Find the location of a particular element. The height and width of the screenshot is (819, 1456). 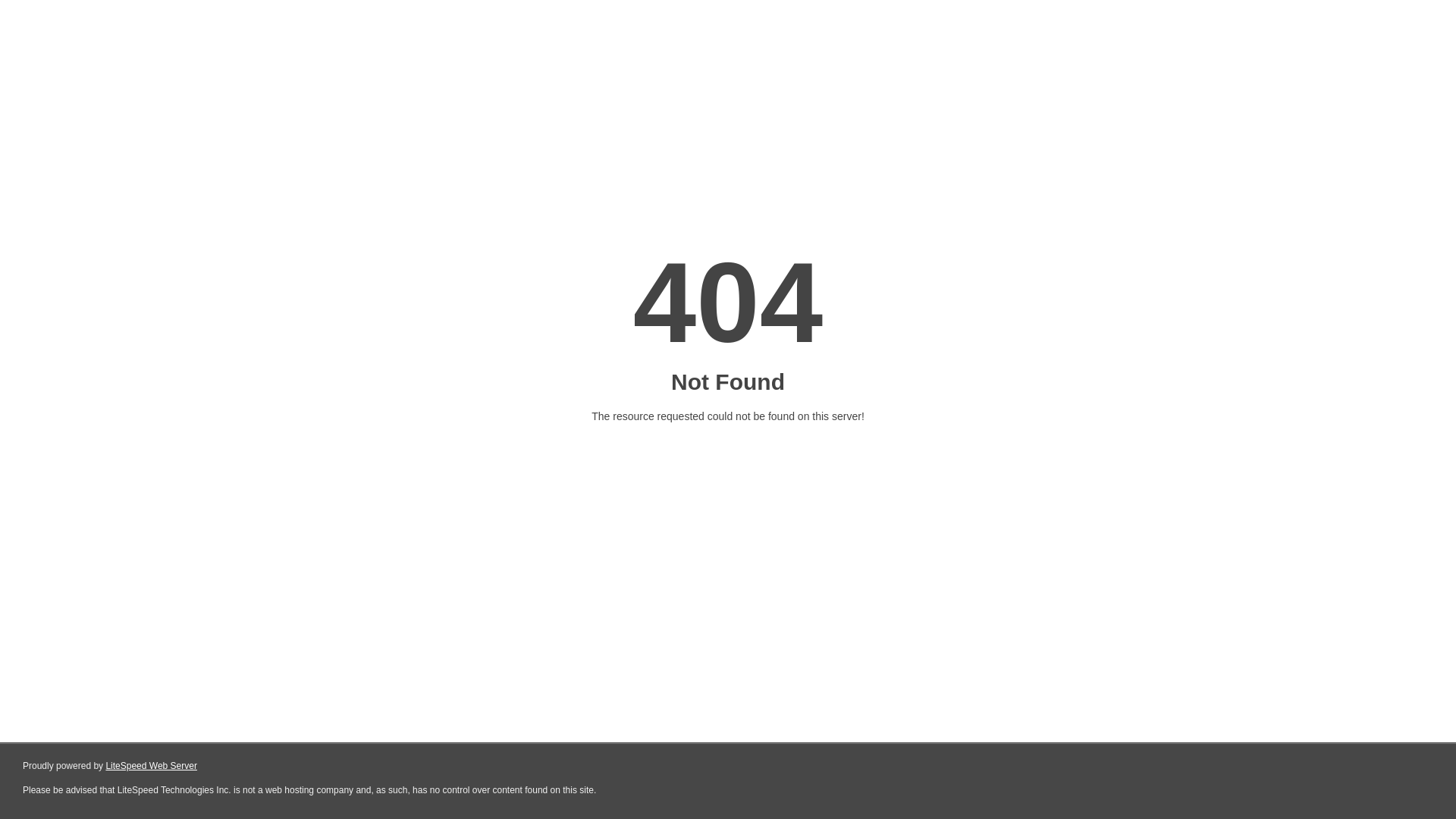

'LiteSpeed Web Server' is located at coordinates (105, 766).